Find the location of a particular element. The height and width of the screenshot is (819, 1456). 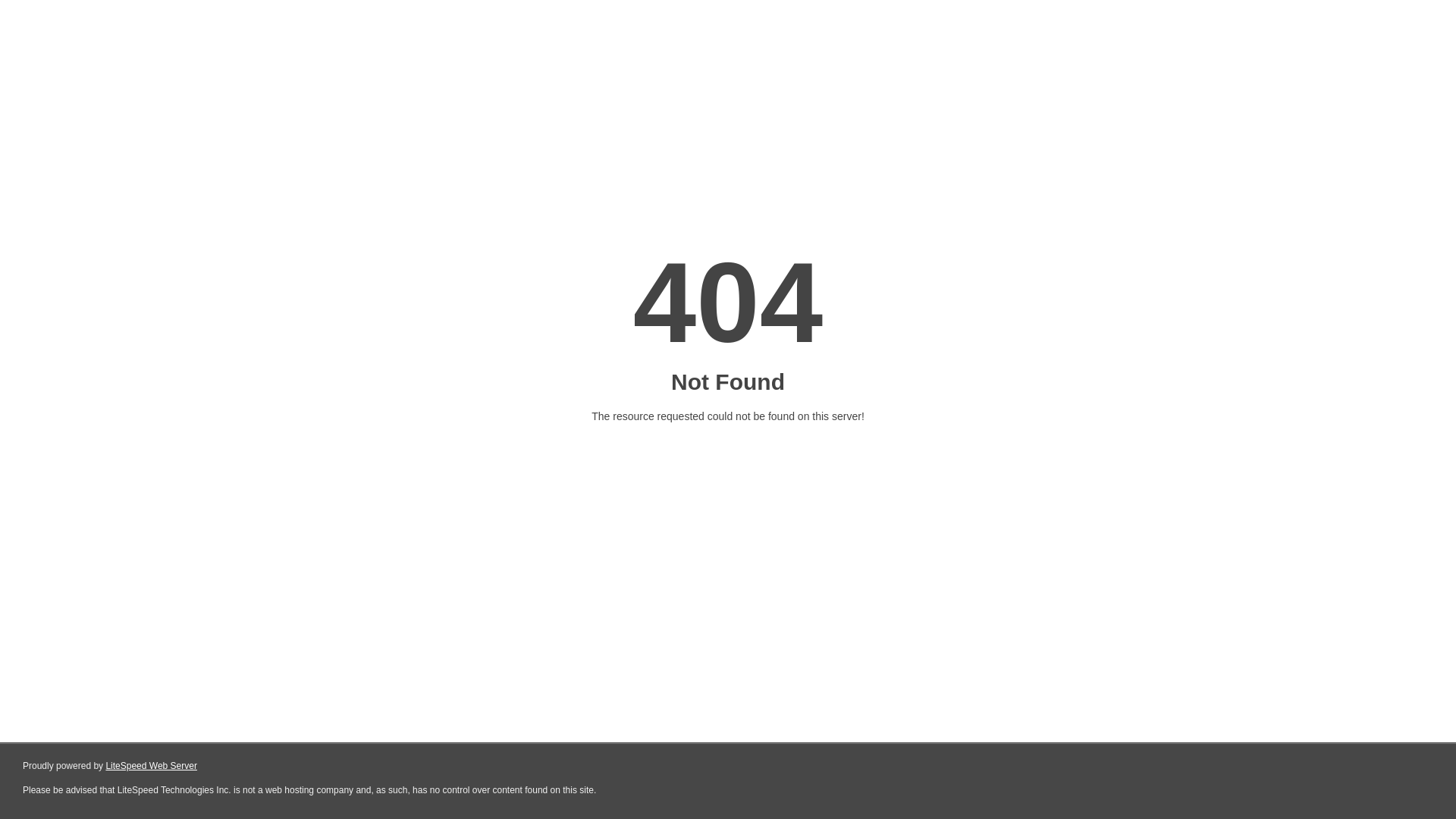

'LiteSpeed Web Server' is located at coordinates (105, 766).